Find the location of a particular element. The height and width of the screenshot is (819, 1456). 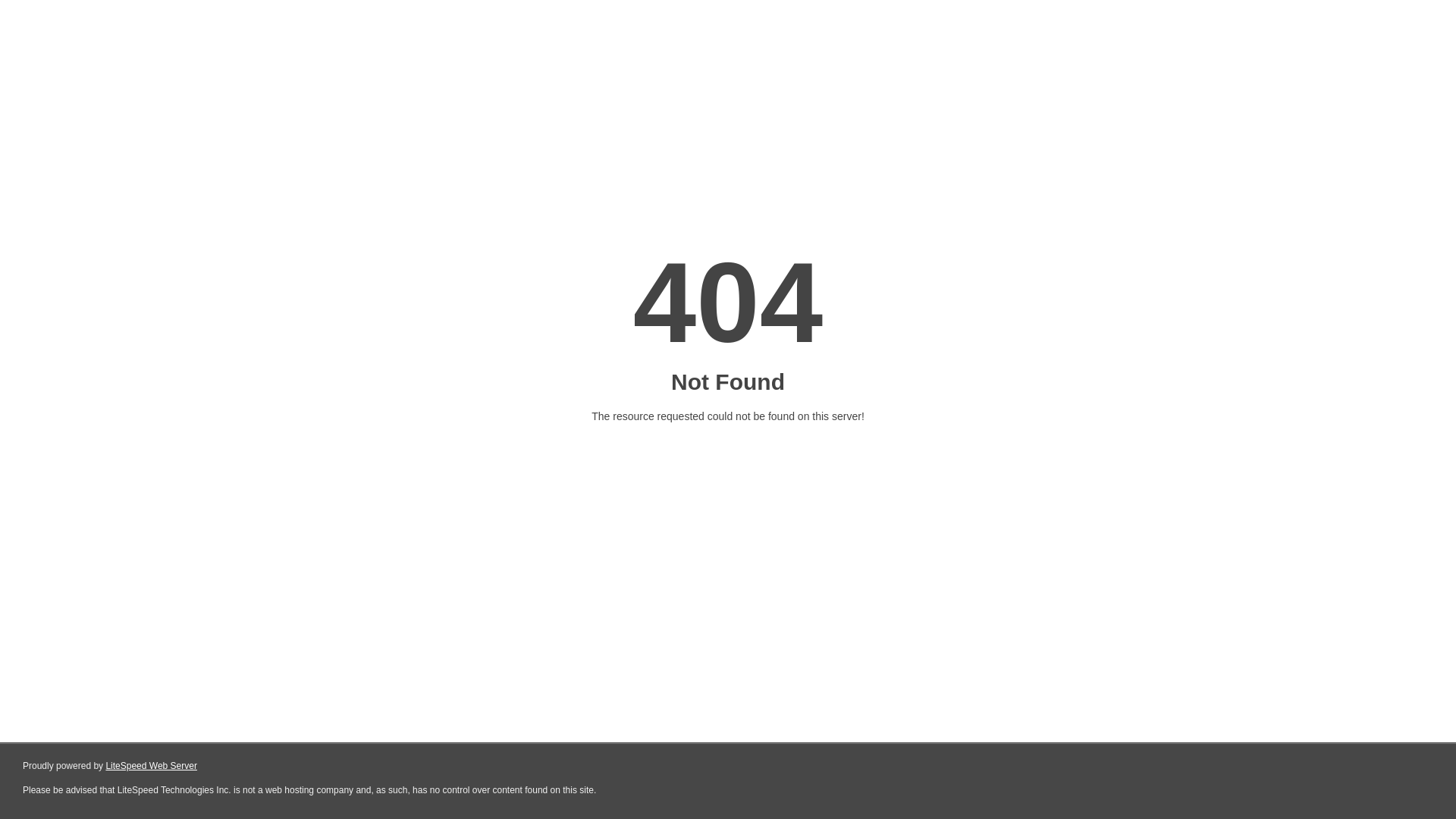

'LiteSpeed Web Server' is located at coordinates (105, 766).